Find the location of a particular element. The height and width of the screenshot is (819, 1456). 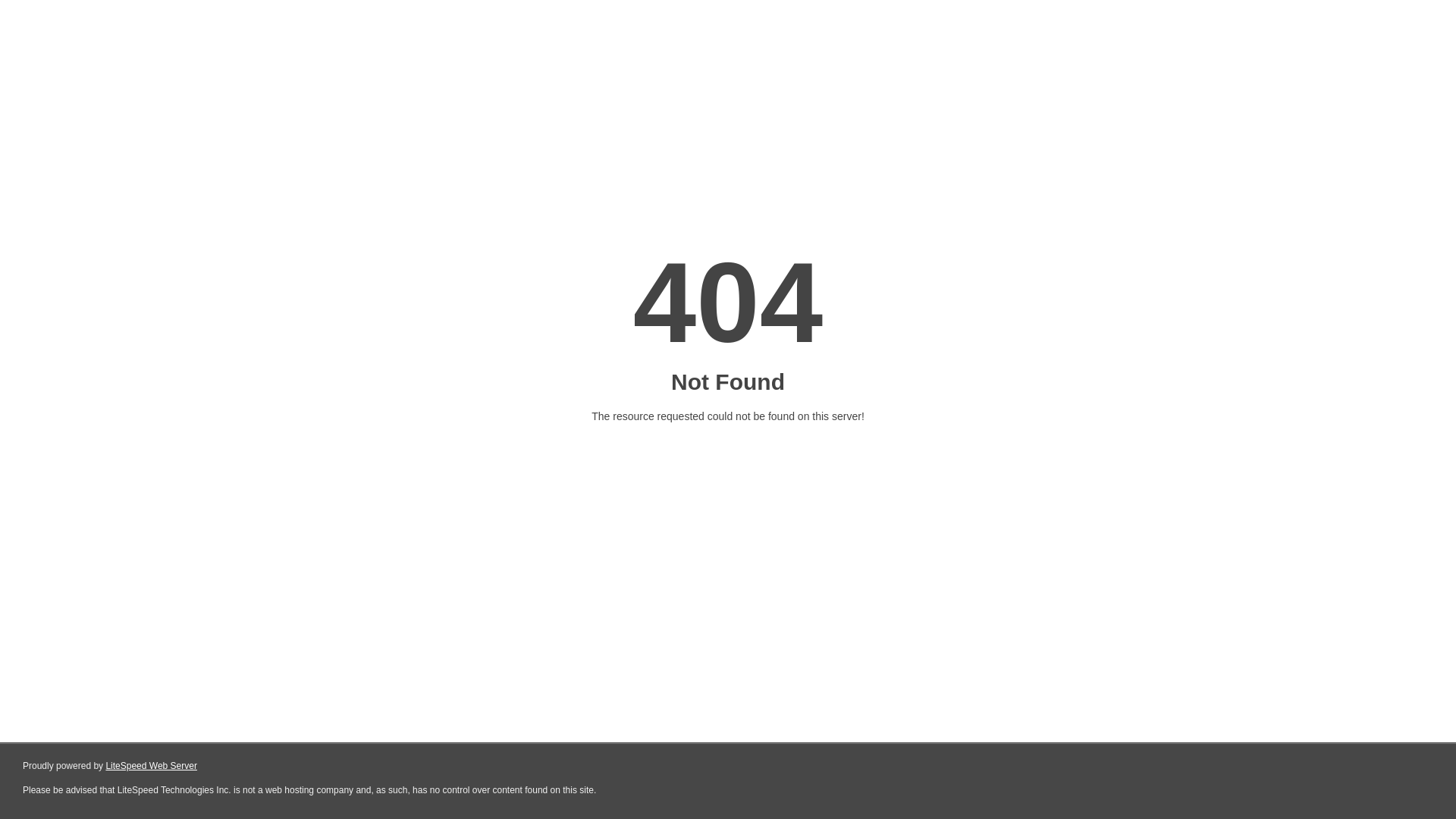

'LiteSpeed Web Server' is located at coordinates (105, 766).